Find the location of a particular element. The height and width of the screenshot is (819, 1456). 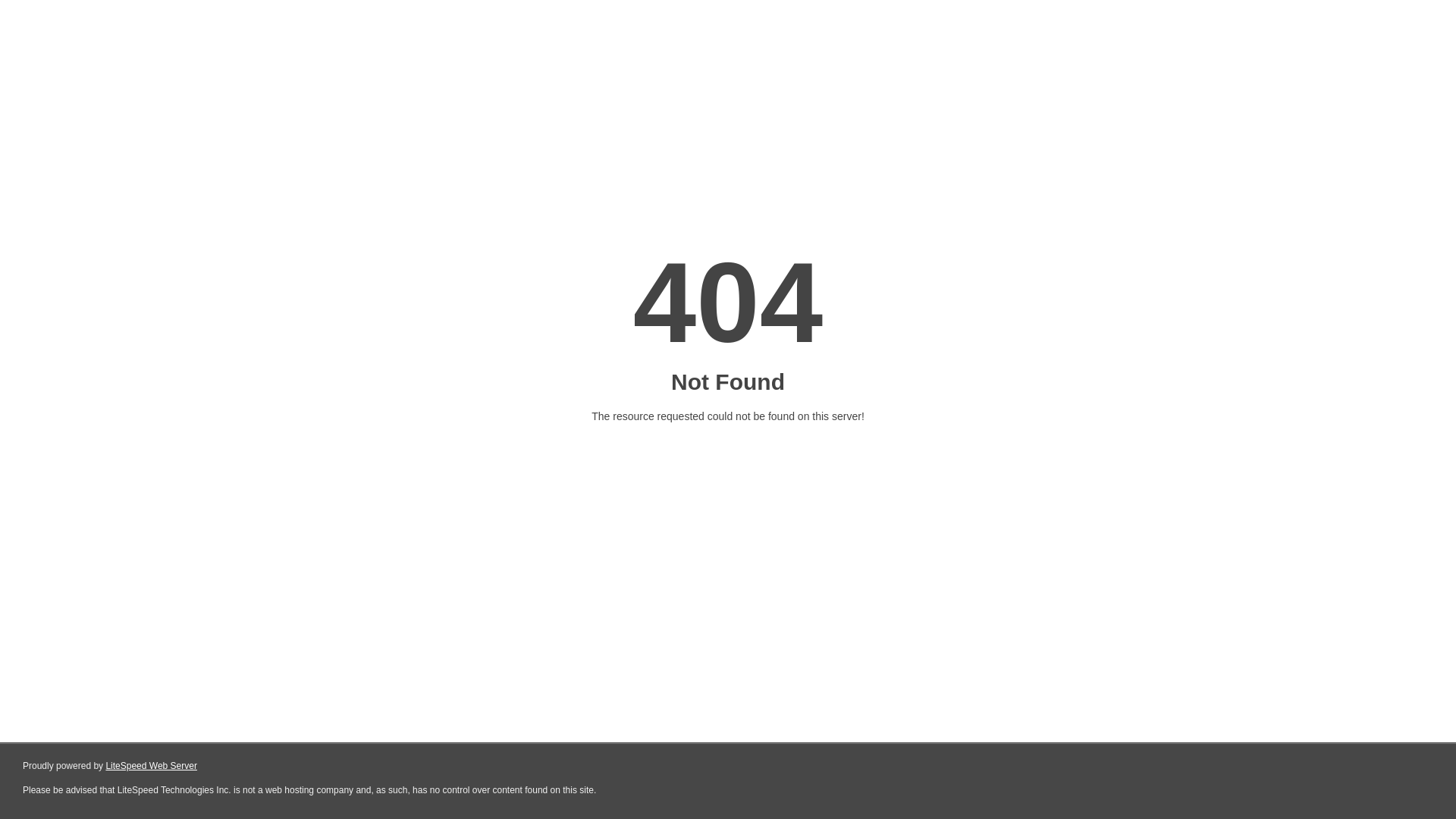

'LiteSpeed Web Server' is located at coordinates (105, 766).